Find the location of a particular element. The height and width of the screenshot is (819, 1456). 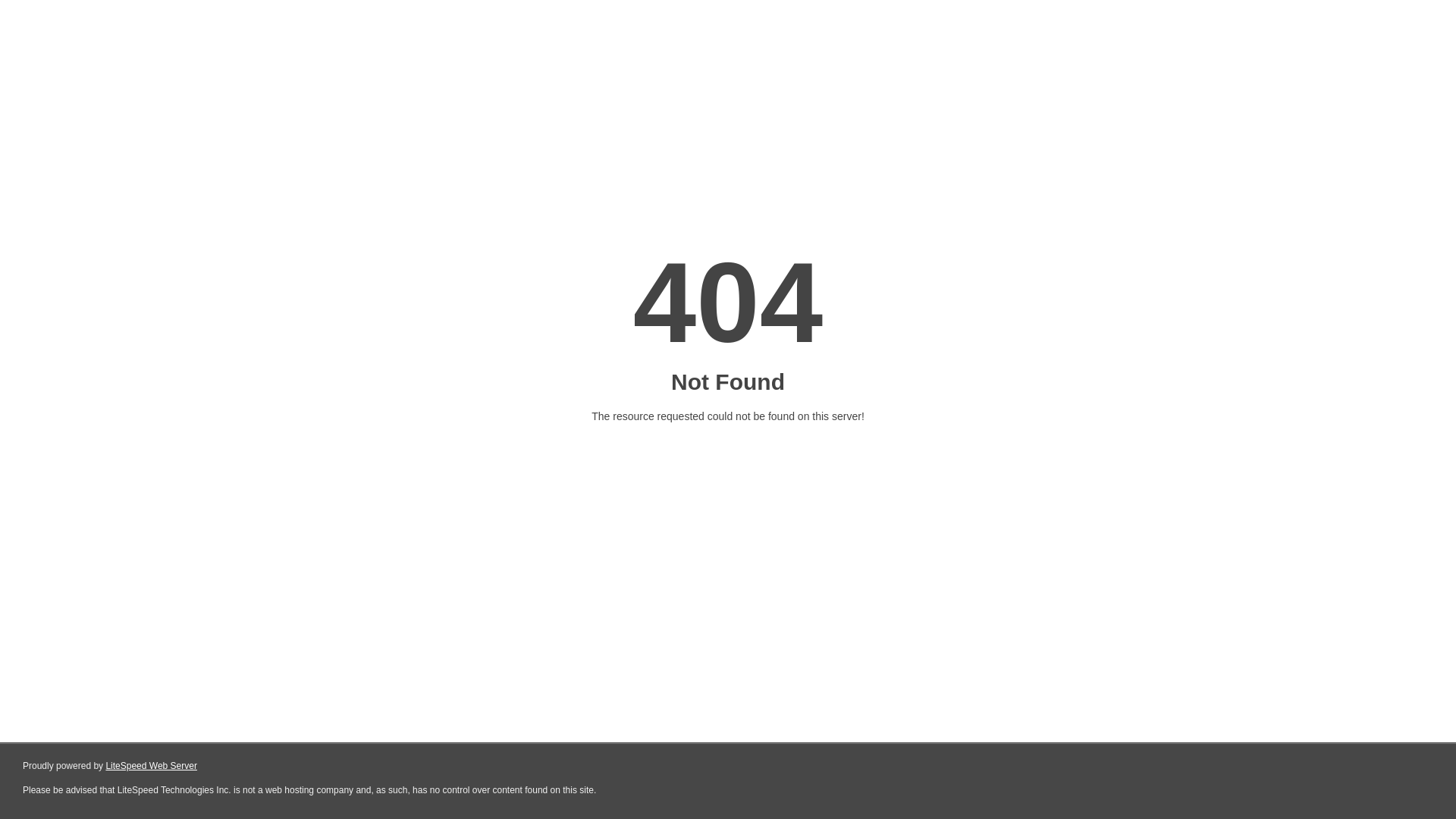

'LiteSpeed Web Server' is located at coordinates (105, 766).